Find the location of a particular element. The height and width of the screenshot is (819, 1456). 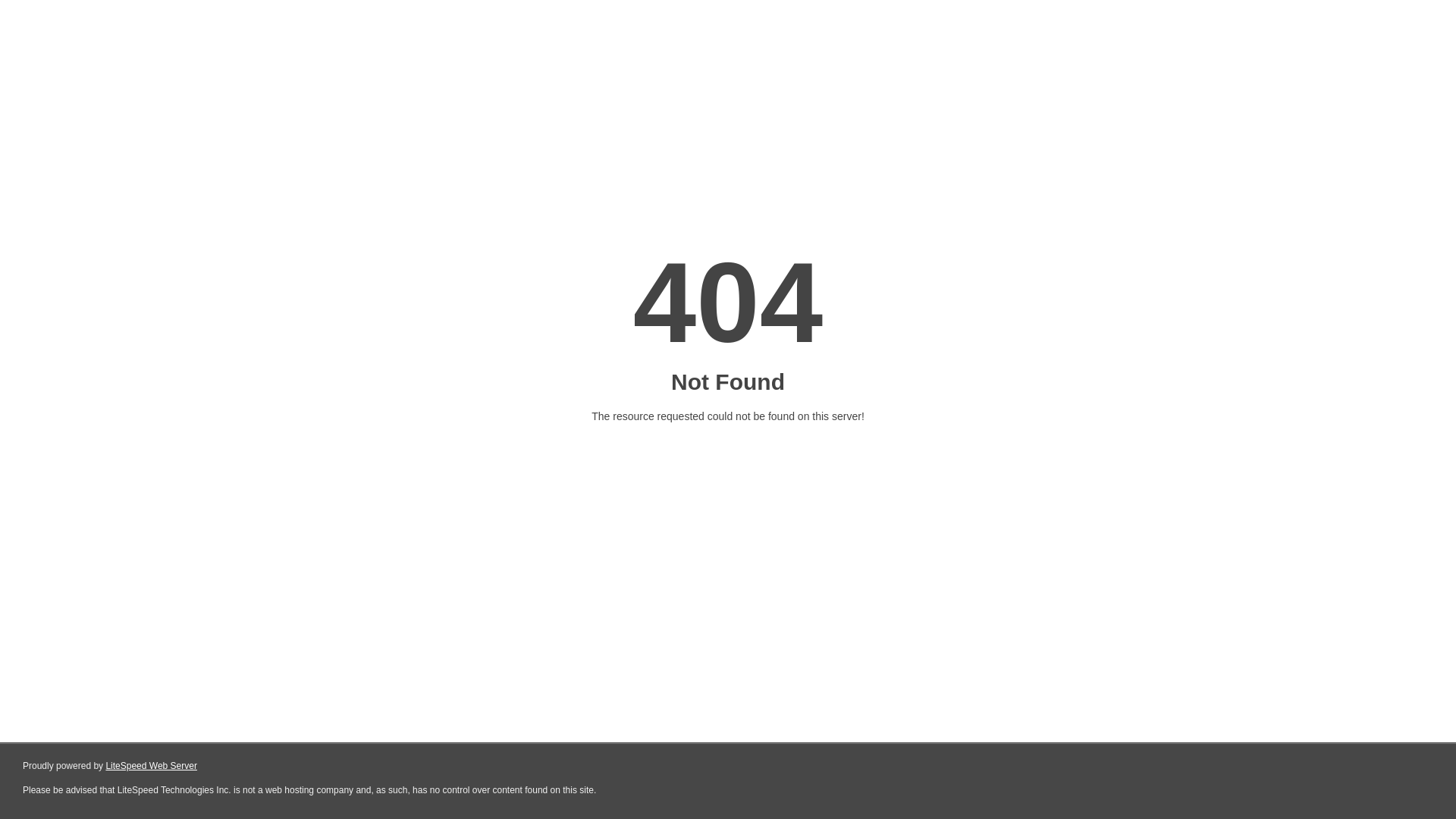

'LiteSpeed Web Server' is located at coordinates (105, 766).